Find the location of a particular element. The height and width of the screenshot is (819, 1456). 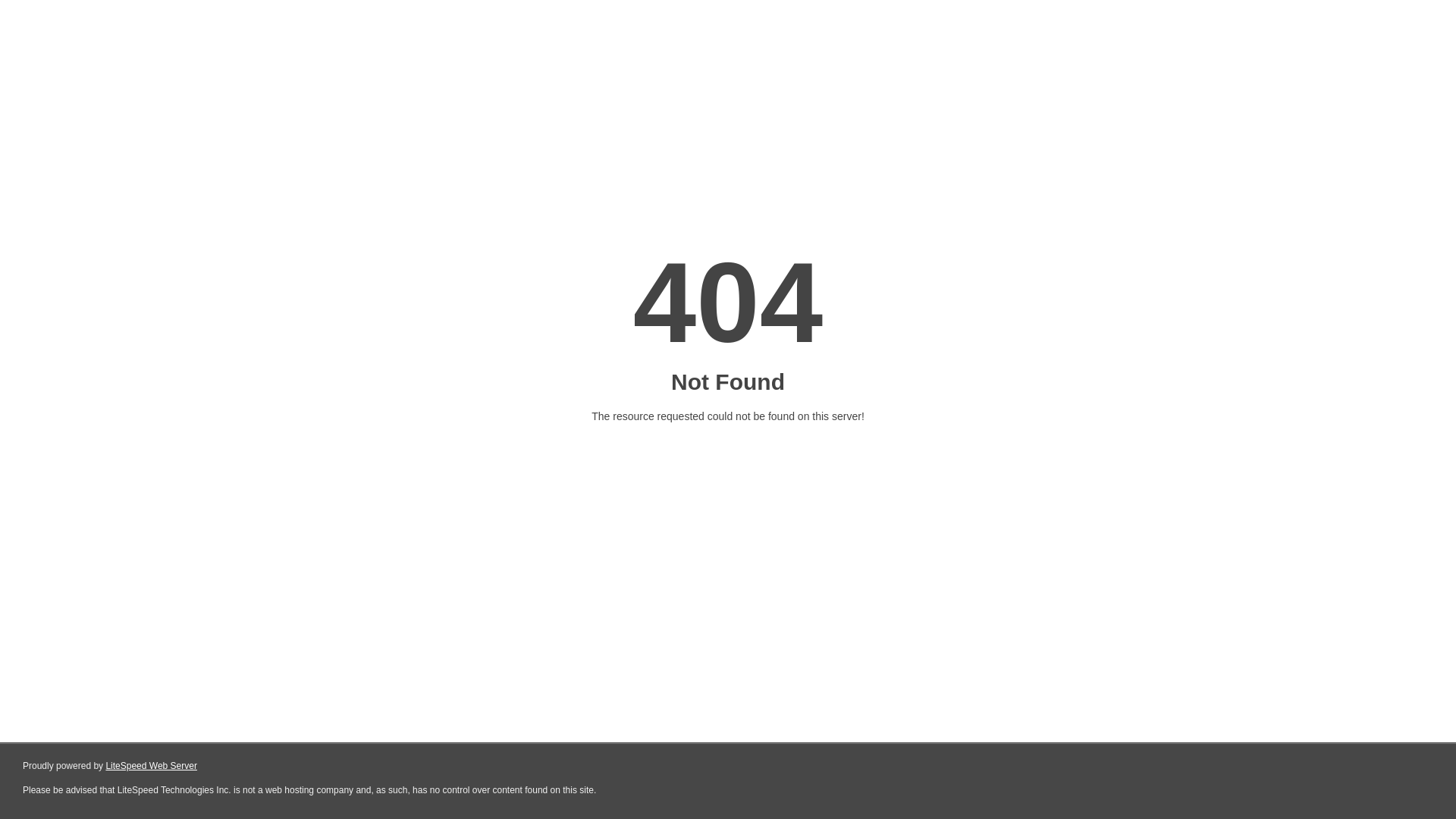

'LiteSpeed Web Server' is located at coordinates (105, 766).